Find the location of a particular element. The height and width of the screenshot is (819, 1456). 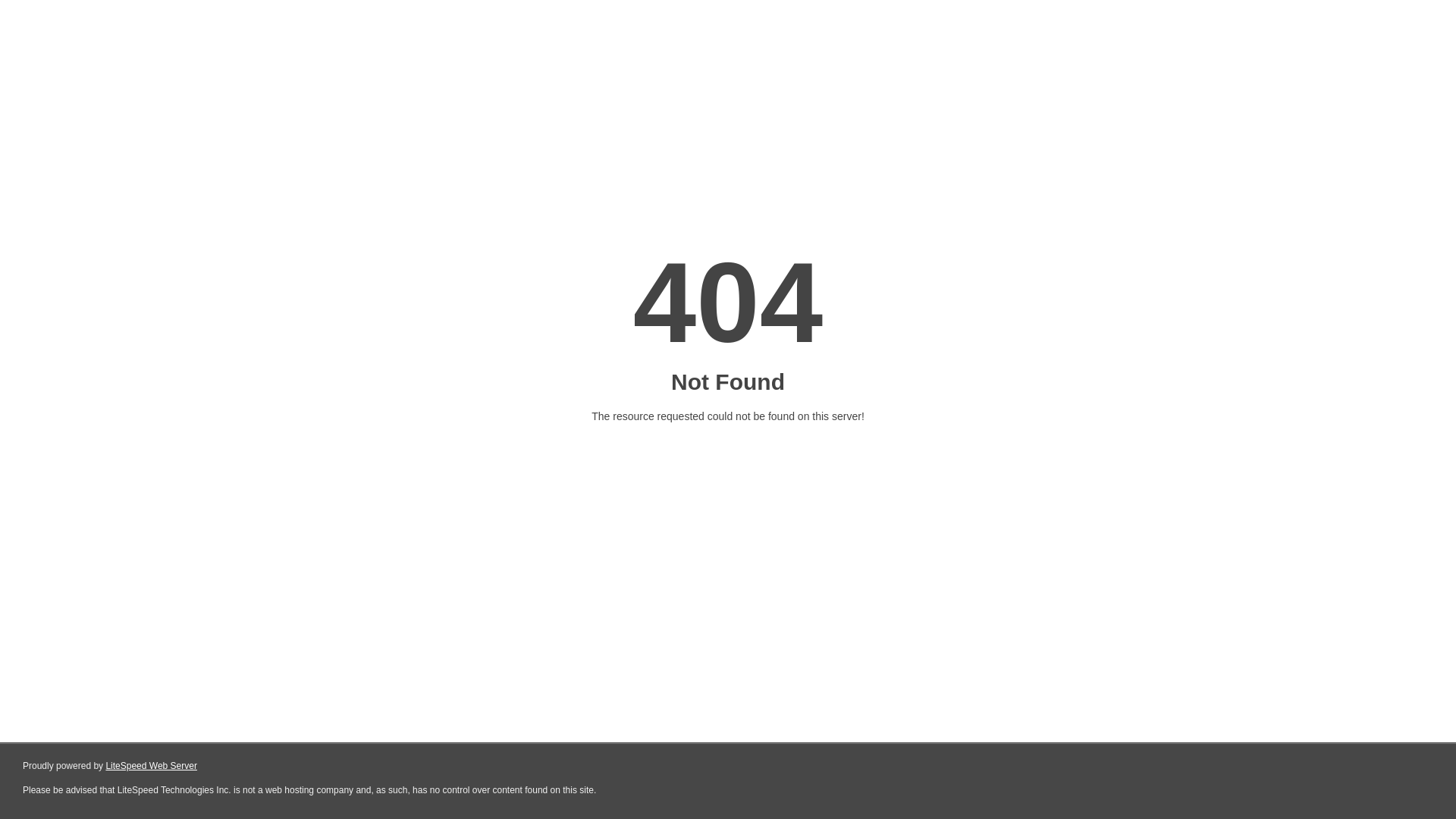

'LiteSpeed Web Server' is located at coordinates (105, 766).